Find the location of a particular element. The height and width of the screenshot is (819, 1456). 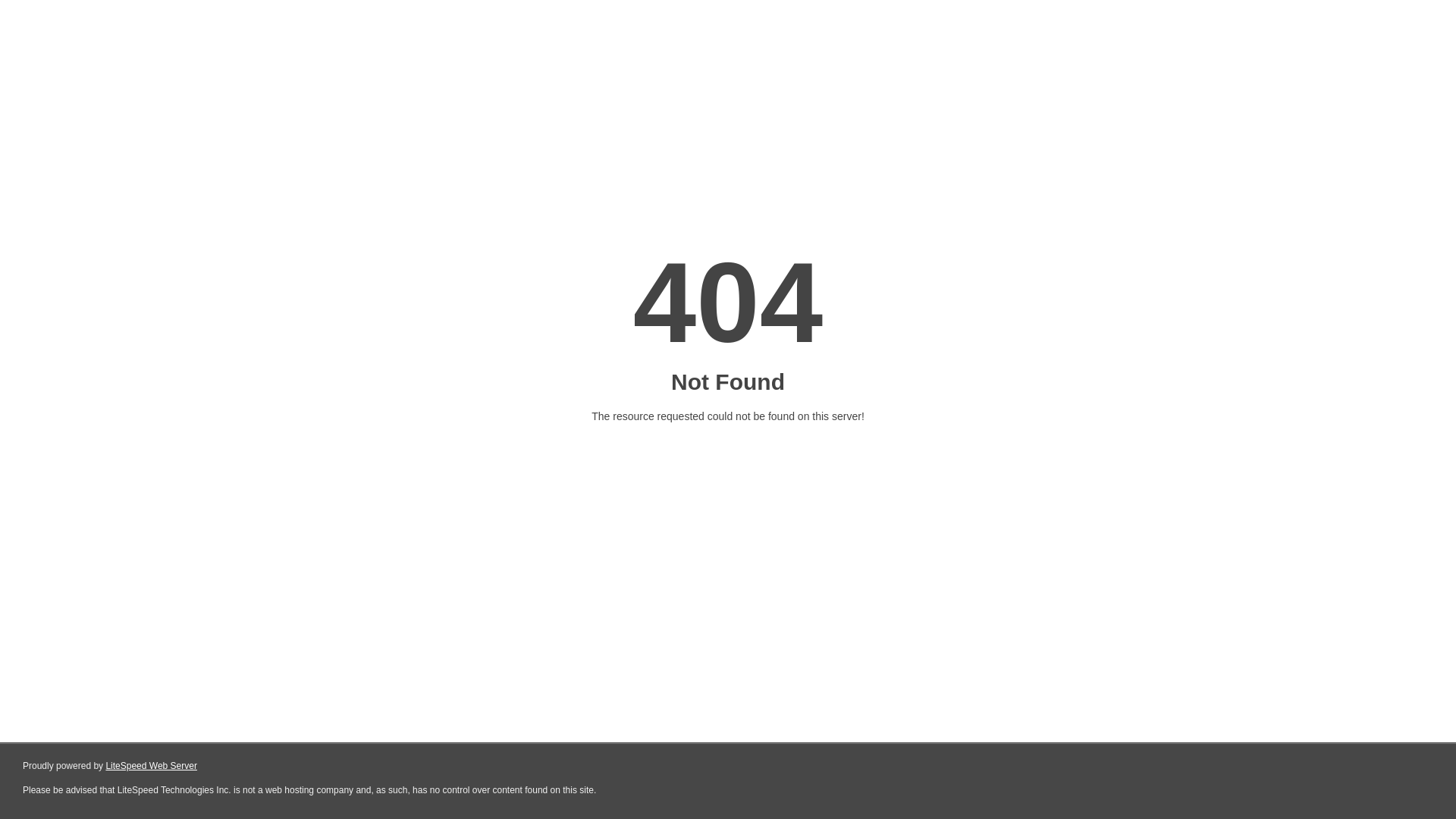

'LiteSpeed Web Server' is located at coordinates (105, 766).